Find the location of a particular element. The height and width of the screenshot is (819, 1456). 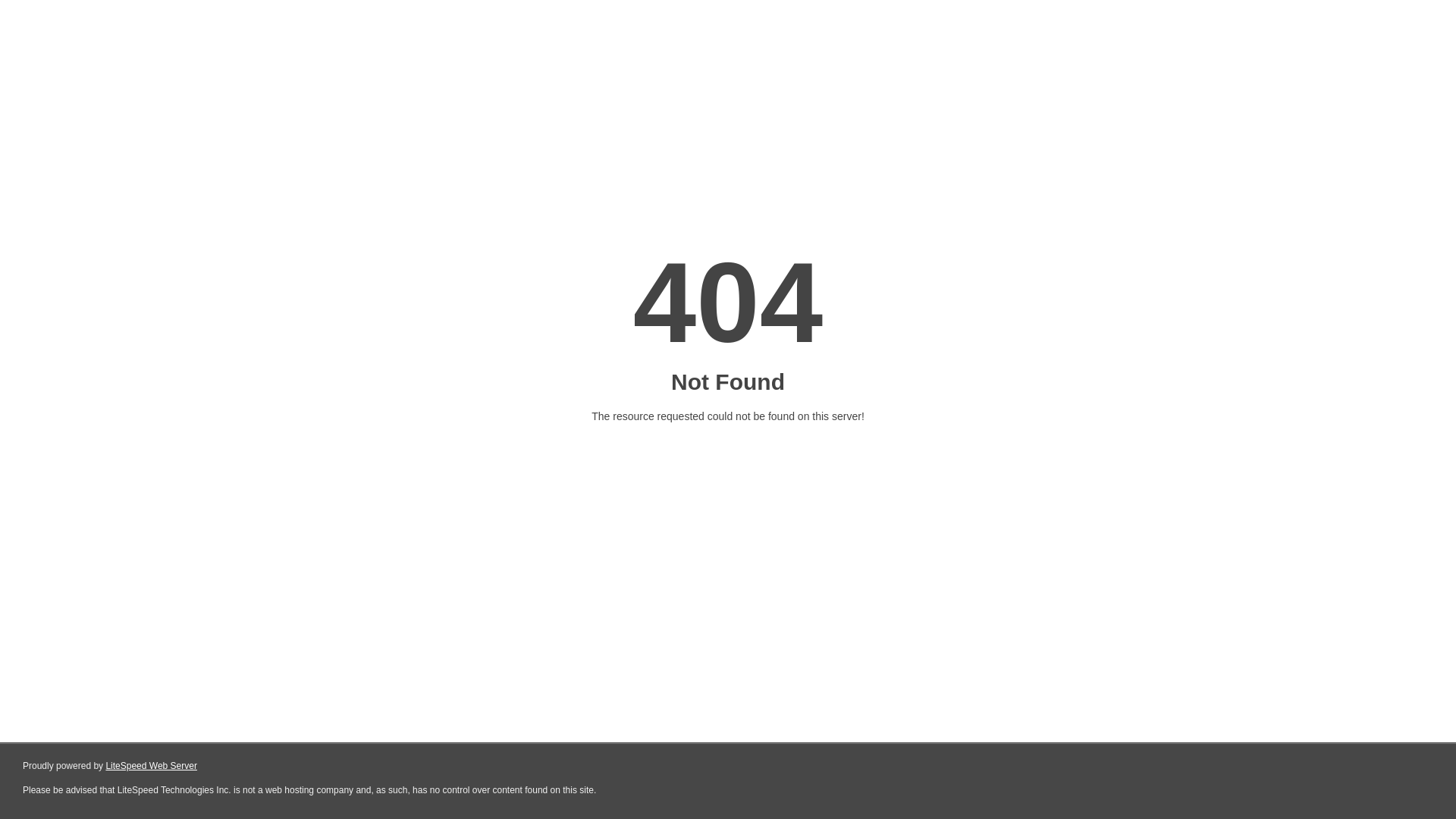

'LiteSpeed Web Server' is located at coordinates (105, 766).